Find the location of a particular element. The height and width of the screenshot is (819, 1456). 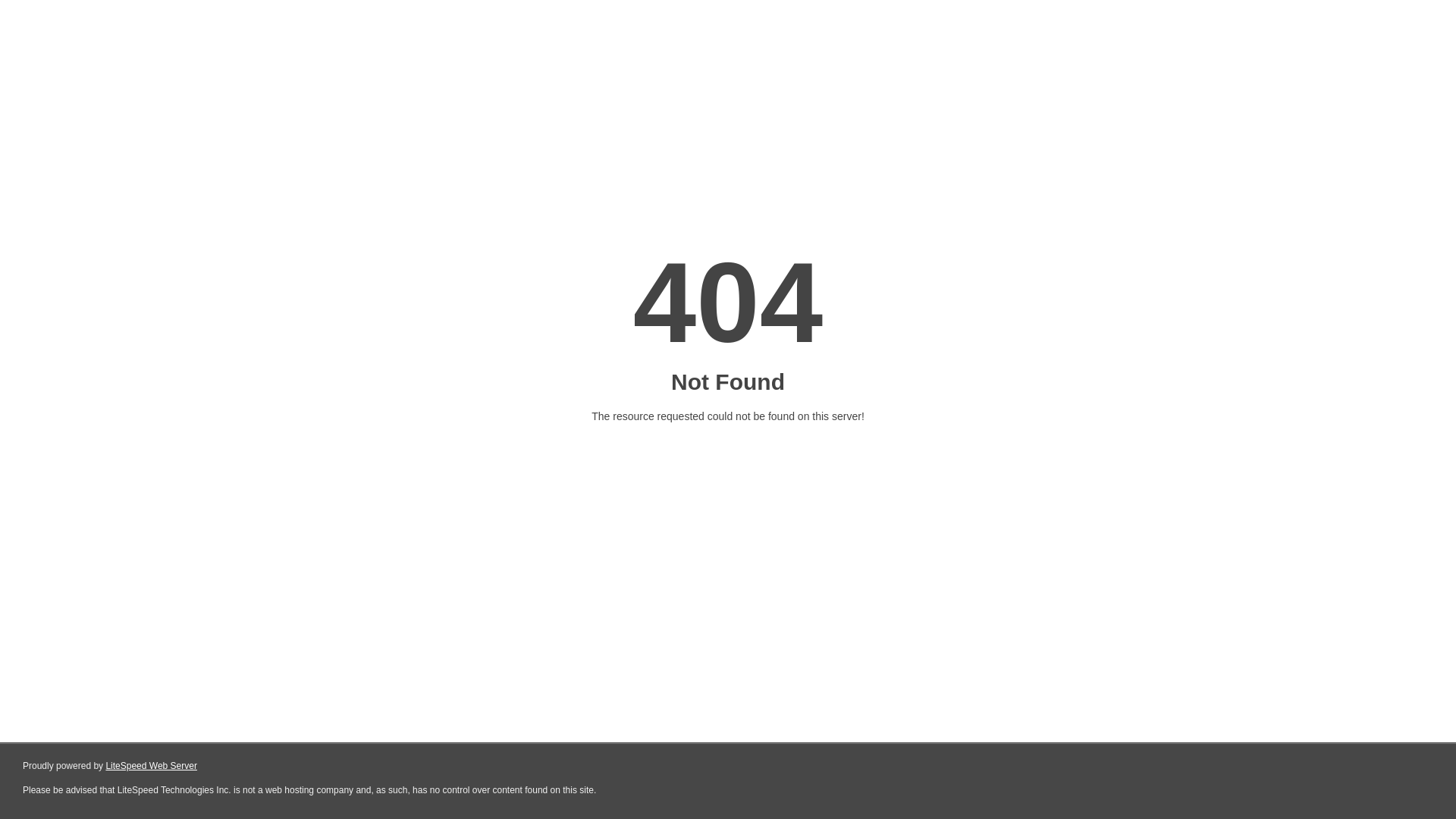

'LiteSpeed Web Server' is located at coordinates (105, 766).